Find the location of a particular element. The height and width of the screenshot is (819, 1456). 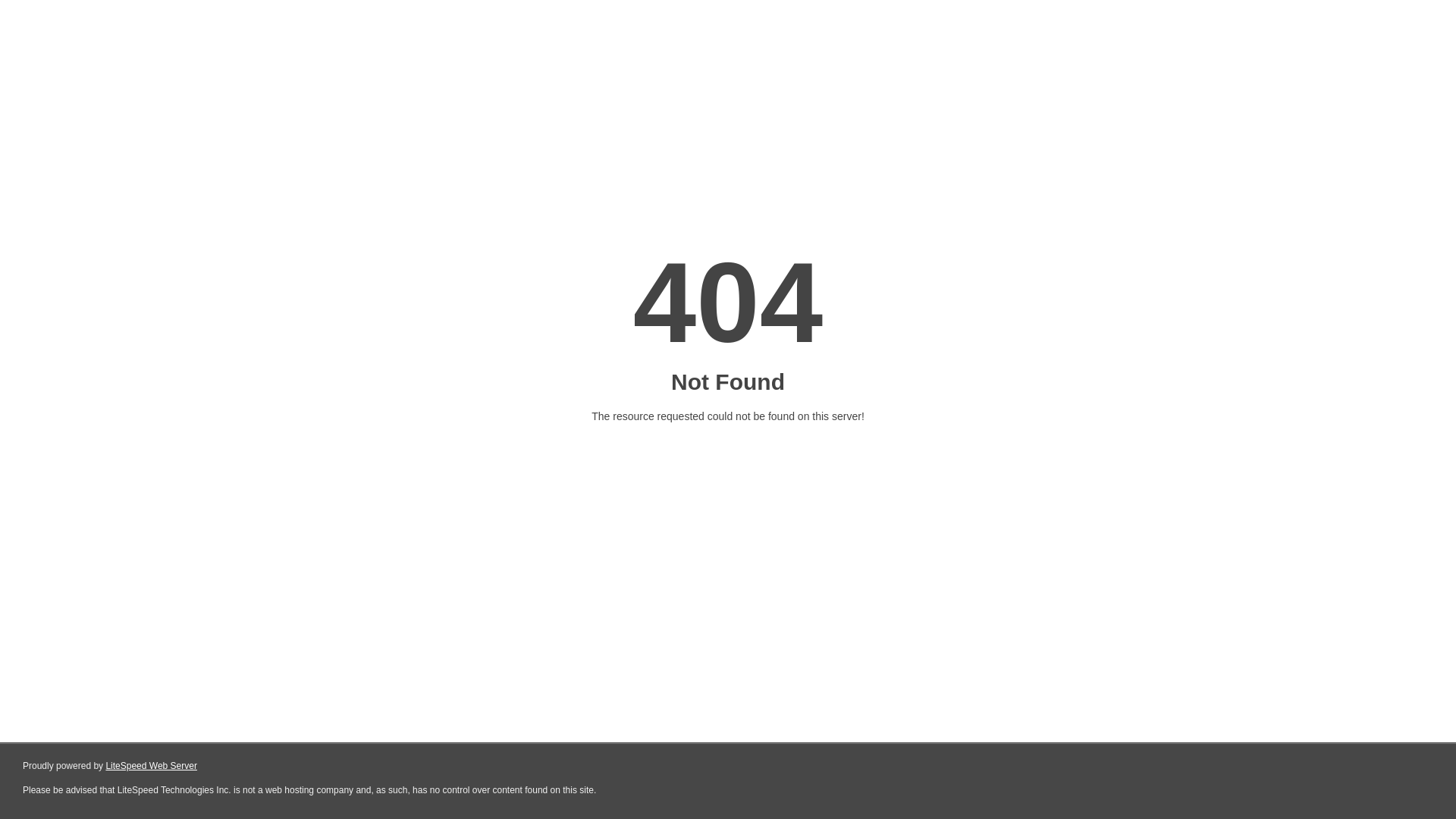

'LiteSpeed Web Server' is located at coordinates (105, 766).